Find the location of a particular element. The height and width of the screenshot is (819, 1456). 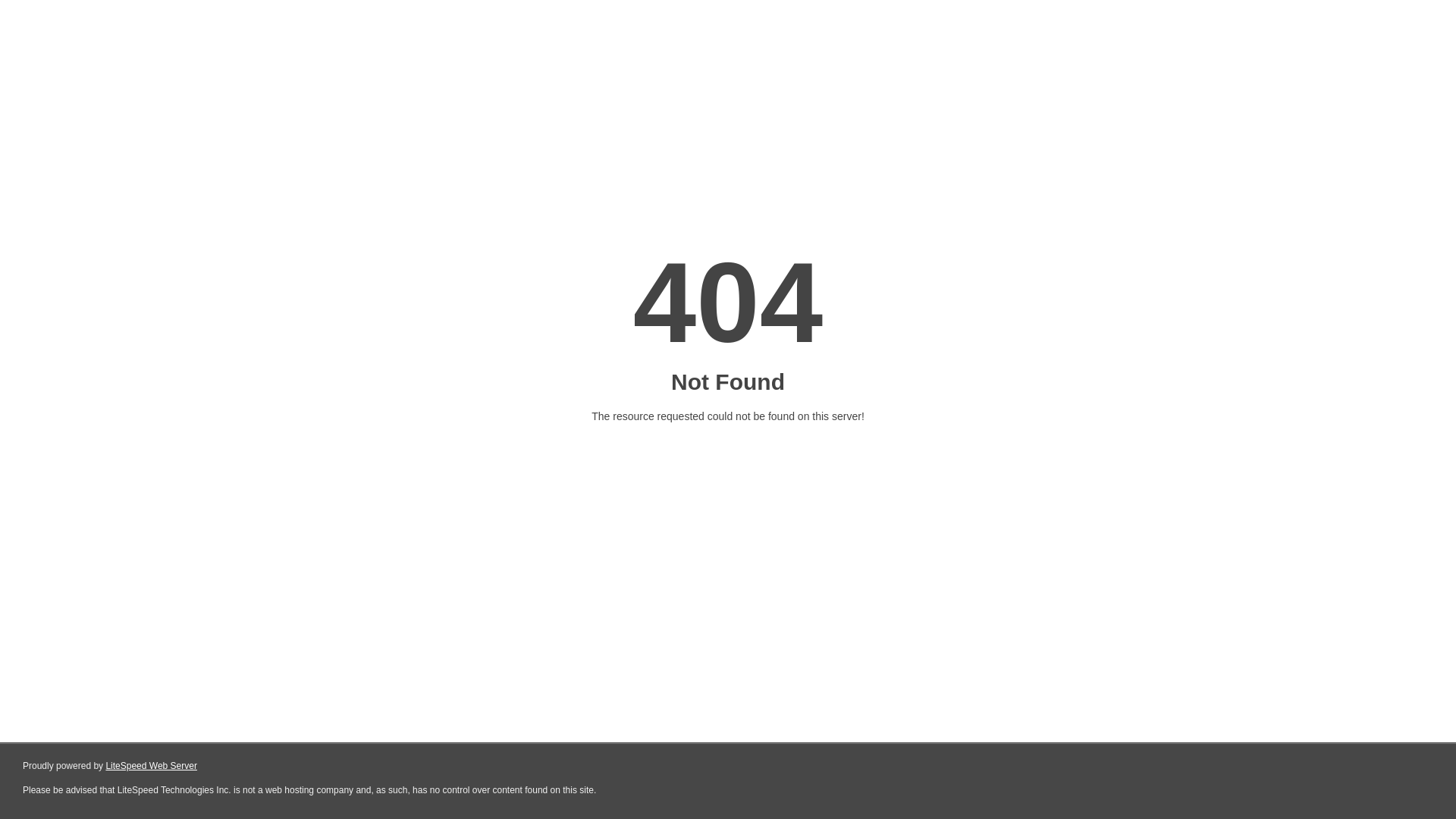

'LiteSpeed Web Server' is located at coordinates (105, 766).